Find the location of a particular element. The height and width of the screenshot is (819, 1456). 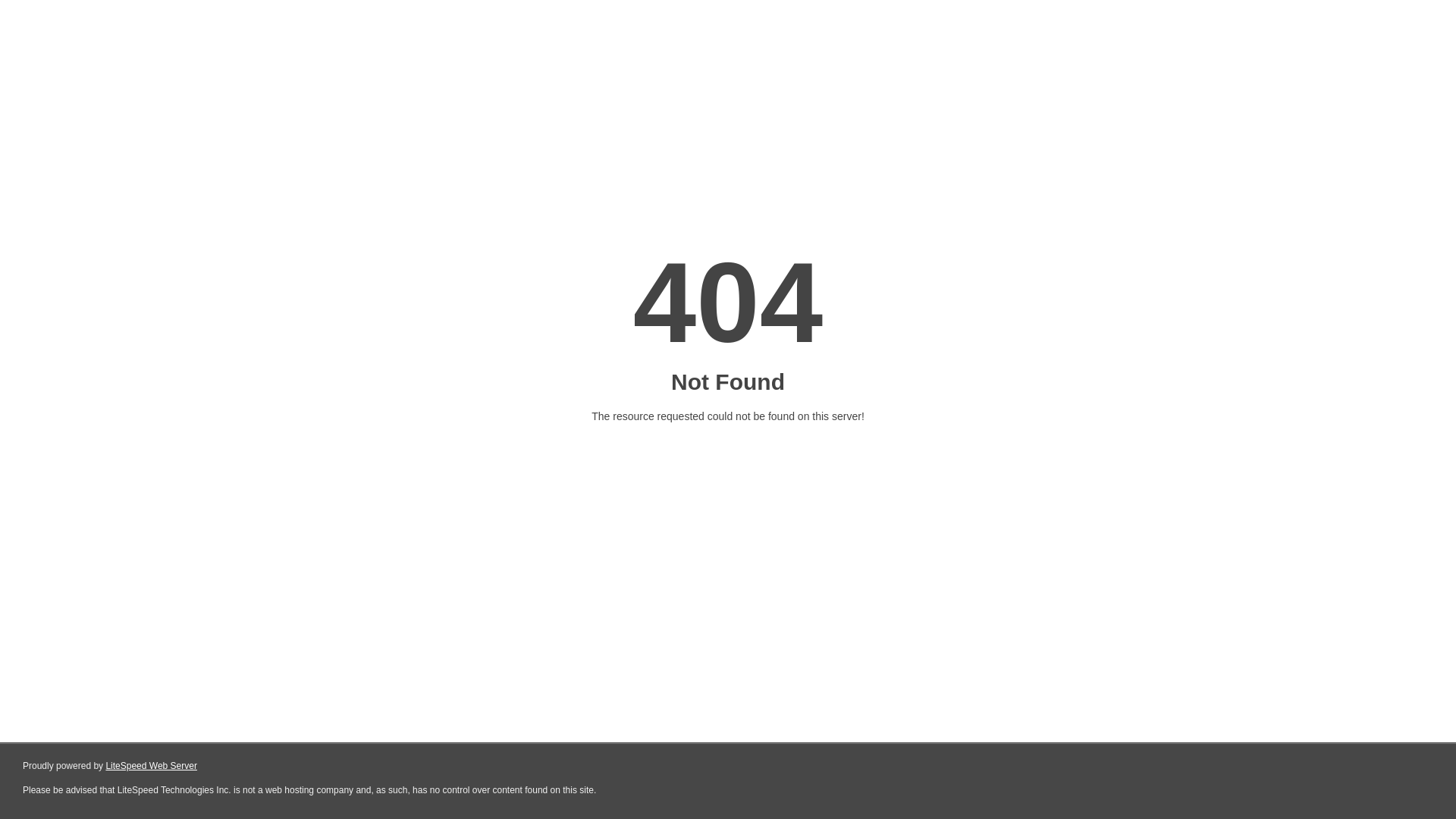

'LiteSpeed Web Server' is located at coordinates (105, 766).